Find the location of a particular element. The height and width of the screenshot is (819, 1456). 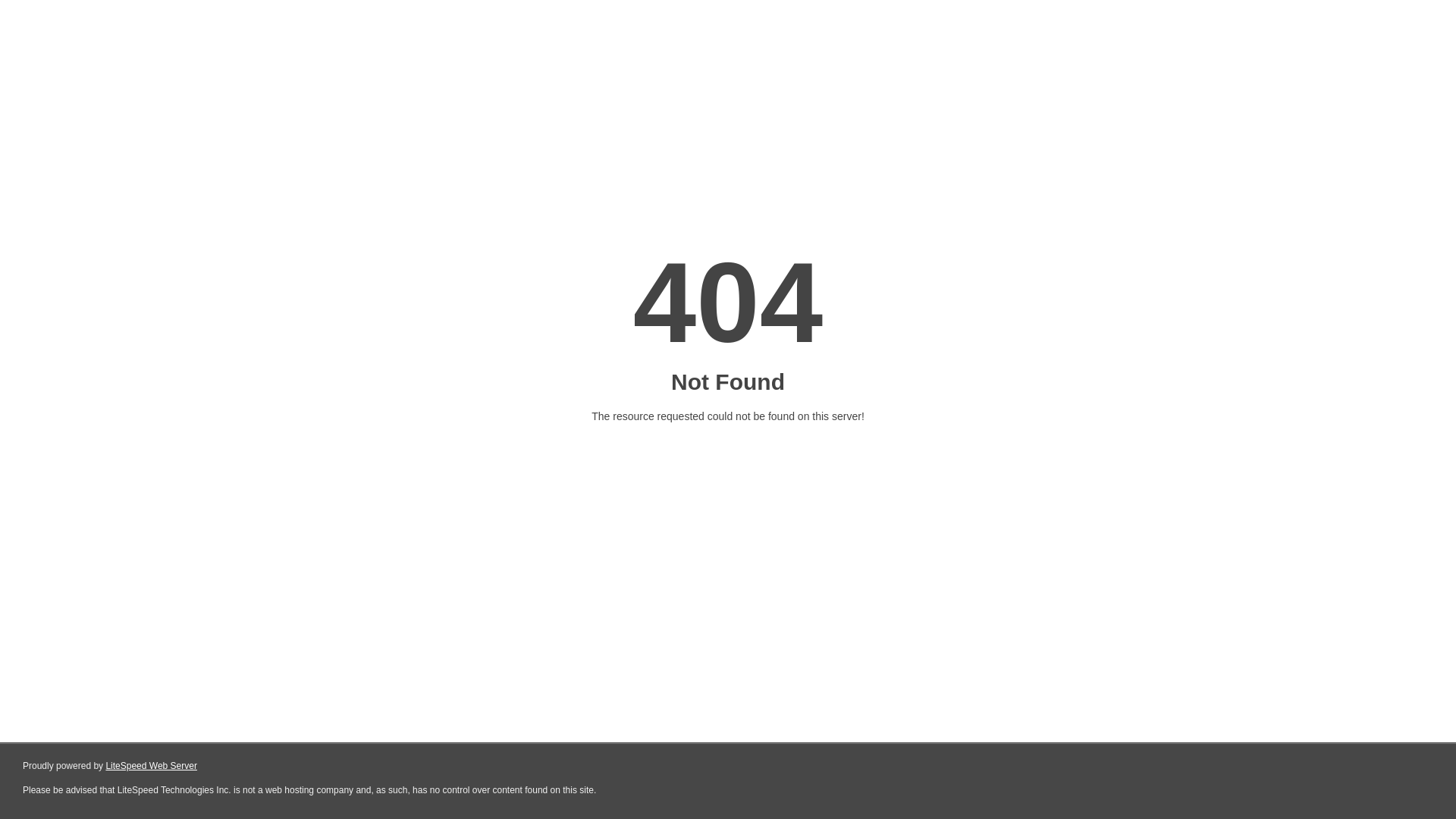

'LiteSpeed Web Server' is located at coordinates (105, 766).